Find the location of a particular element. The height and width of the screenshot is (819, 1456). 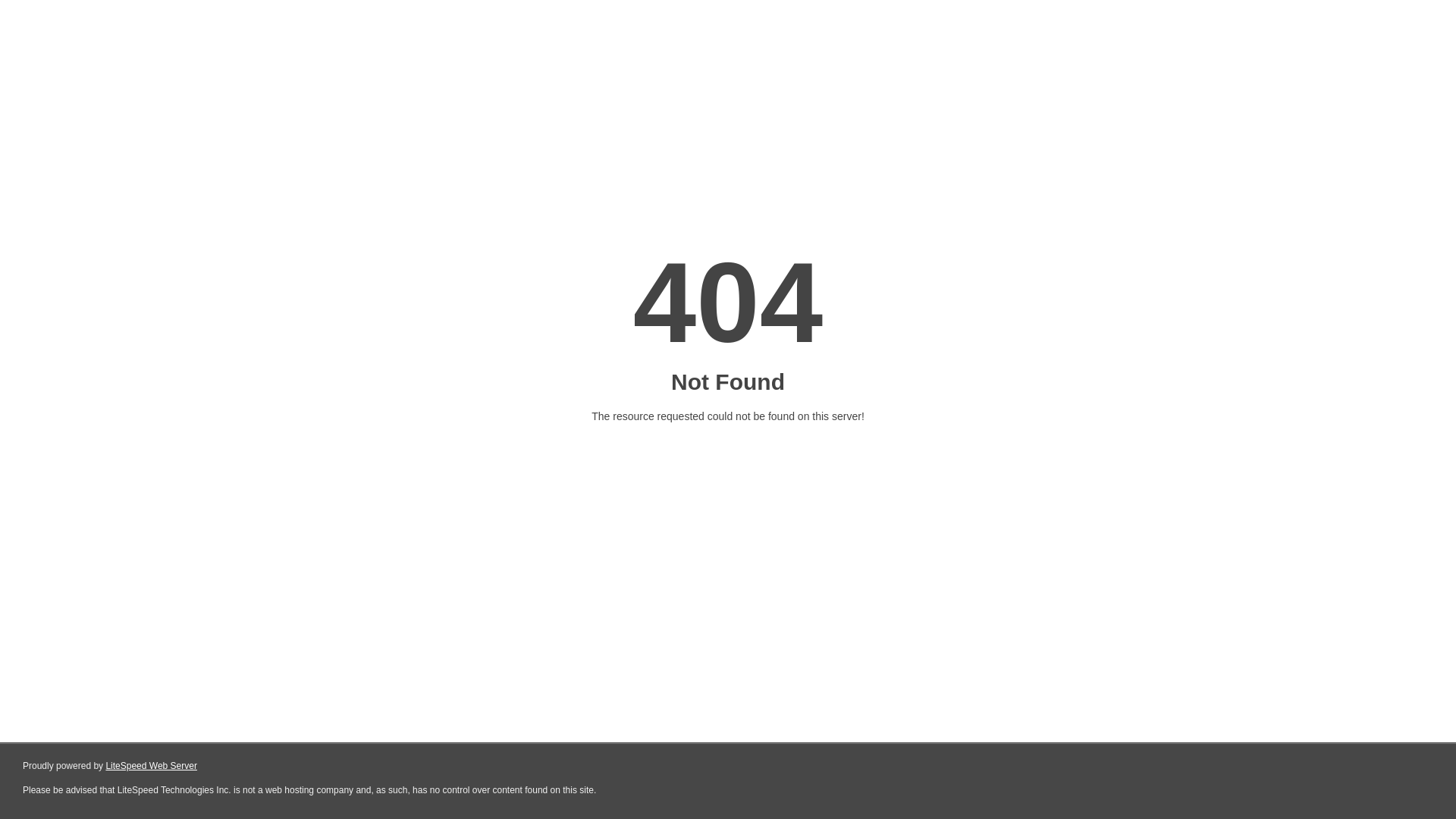

'LiteSpeed Web Server' is located at coordinates (105, 766).